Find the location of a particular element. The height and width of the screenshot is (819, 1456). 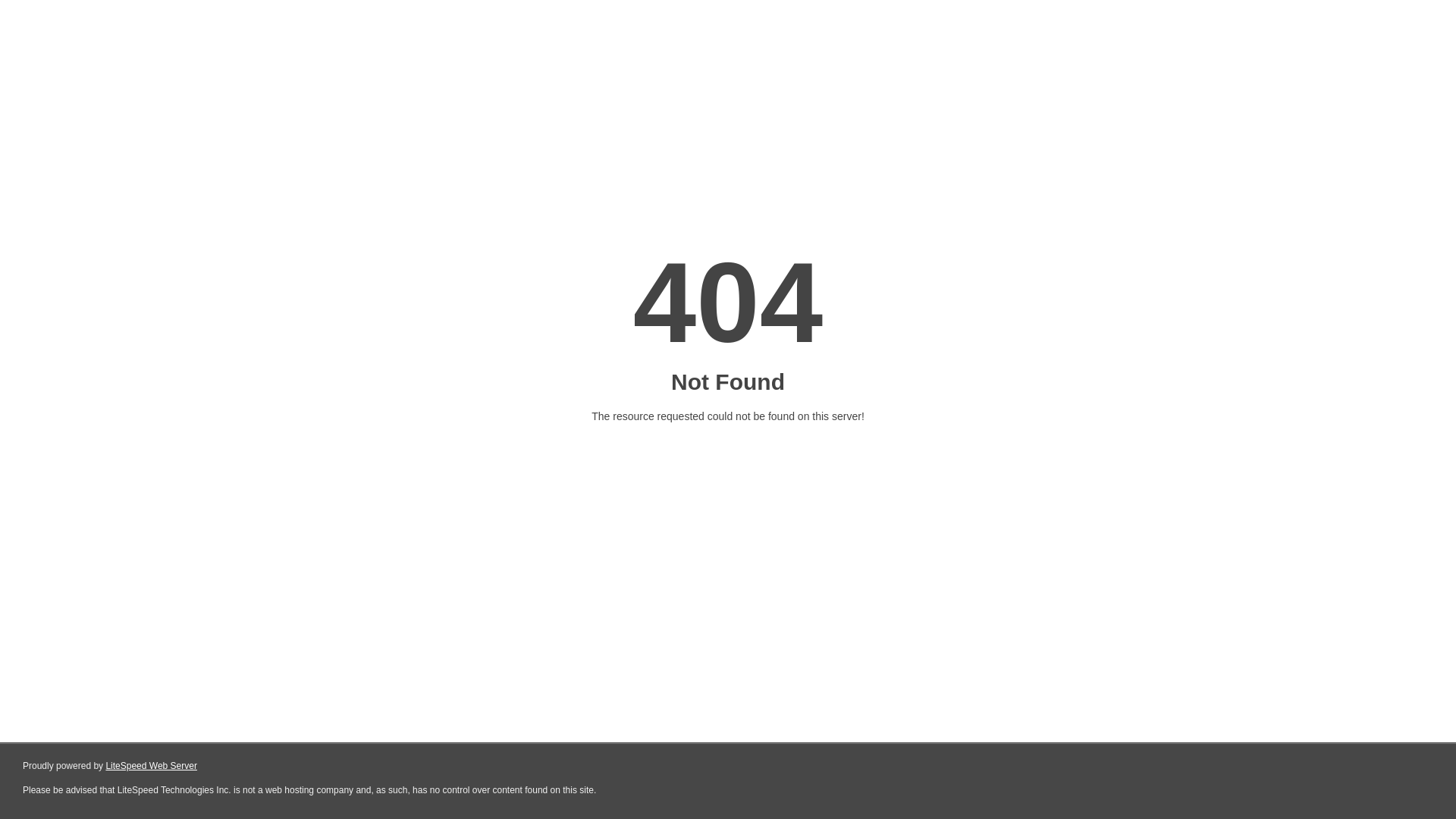

'LiteSpeed Web Server' is located at coordinates (105, 766).